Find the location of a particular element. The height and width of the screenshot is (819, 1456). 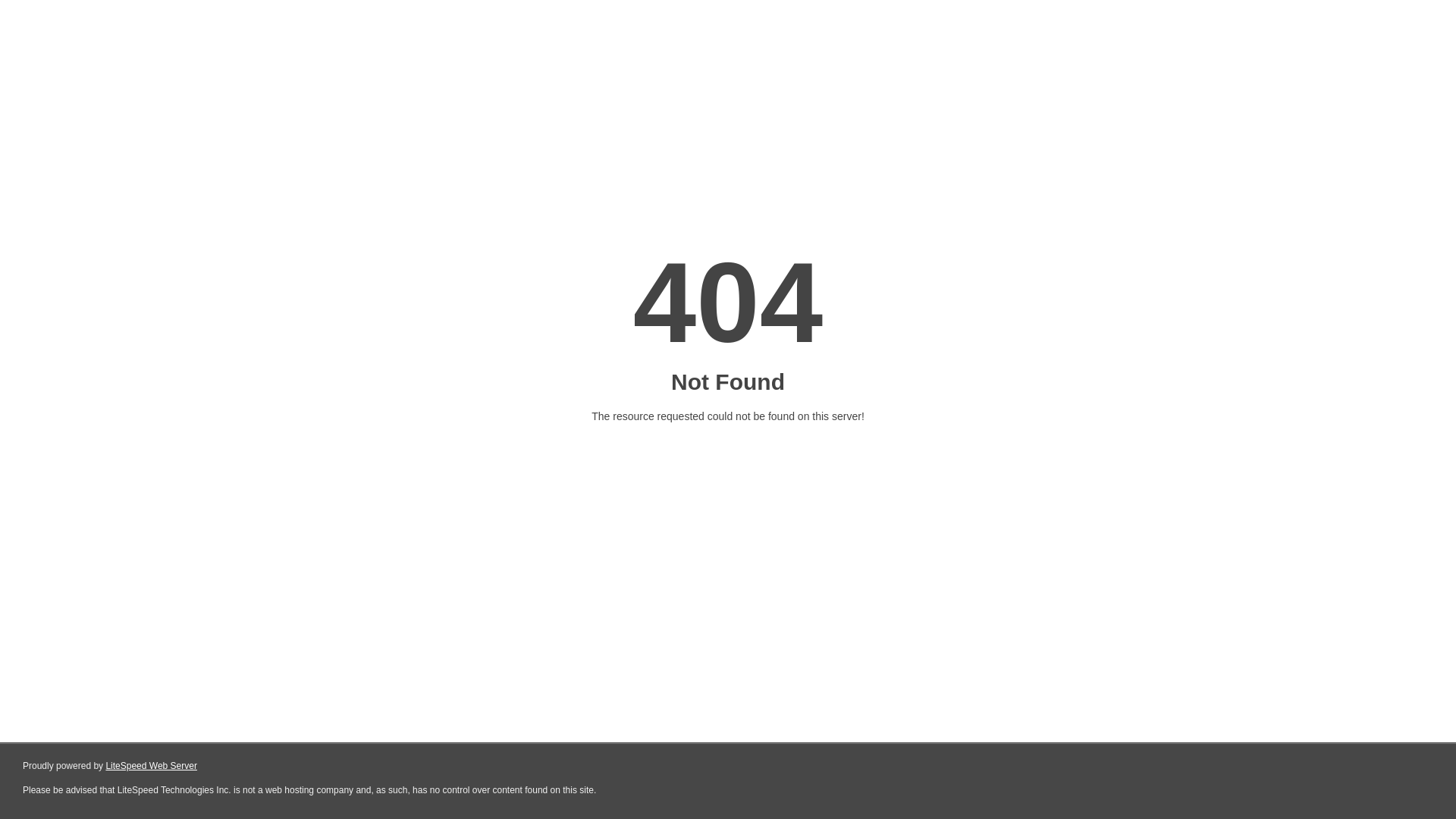

'LiteSpeed Web Server' is located at coordinates (105, 766).